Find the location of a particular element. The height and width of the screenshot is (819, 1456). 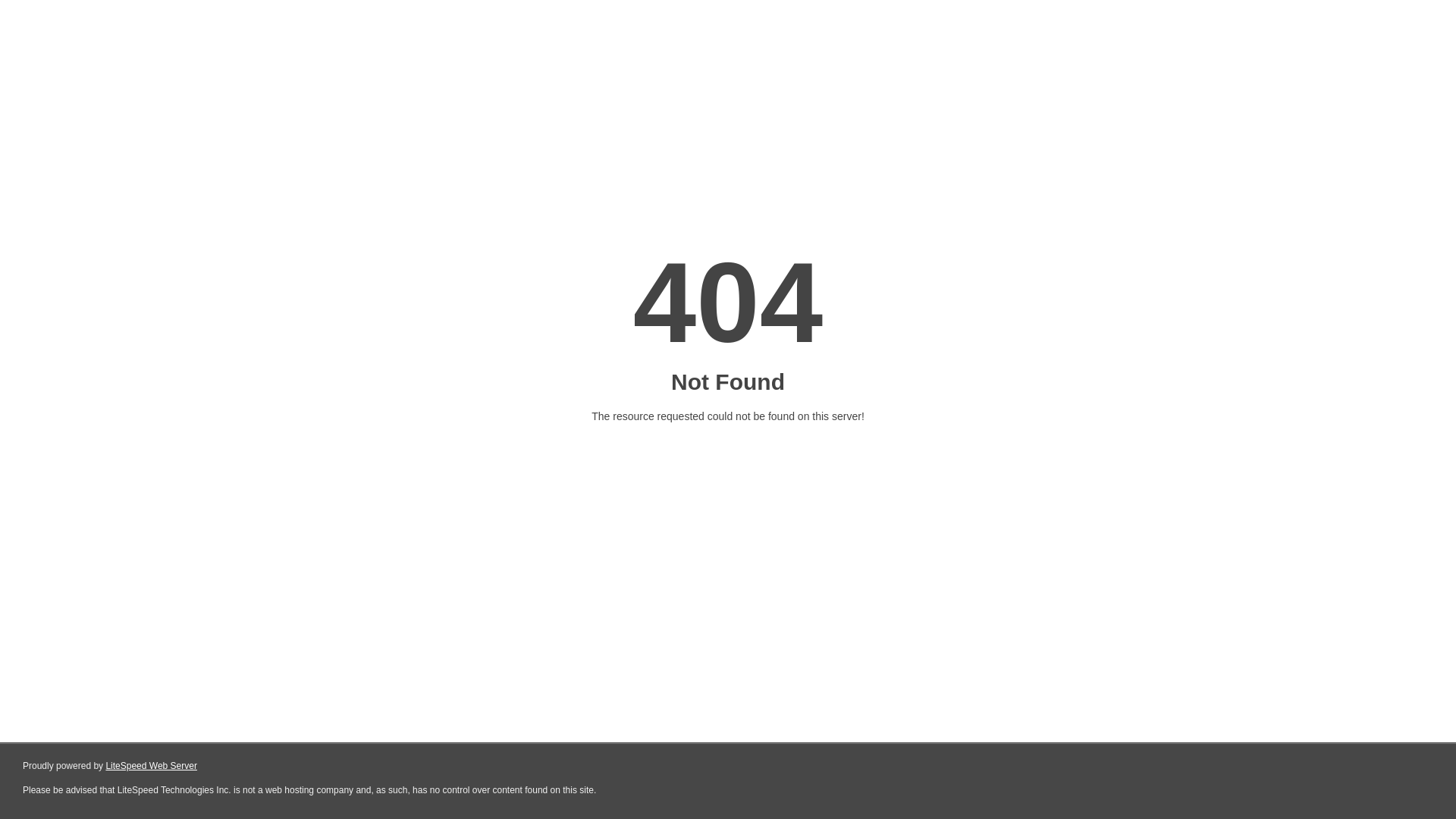

'LiteSpeed Web Server' is located at coordinates (105, 766).